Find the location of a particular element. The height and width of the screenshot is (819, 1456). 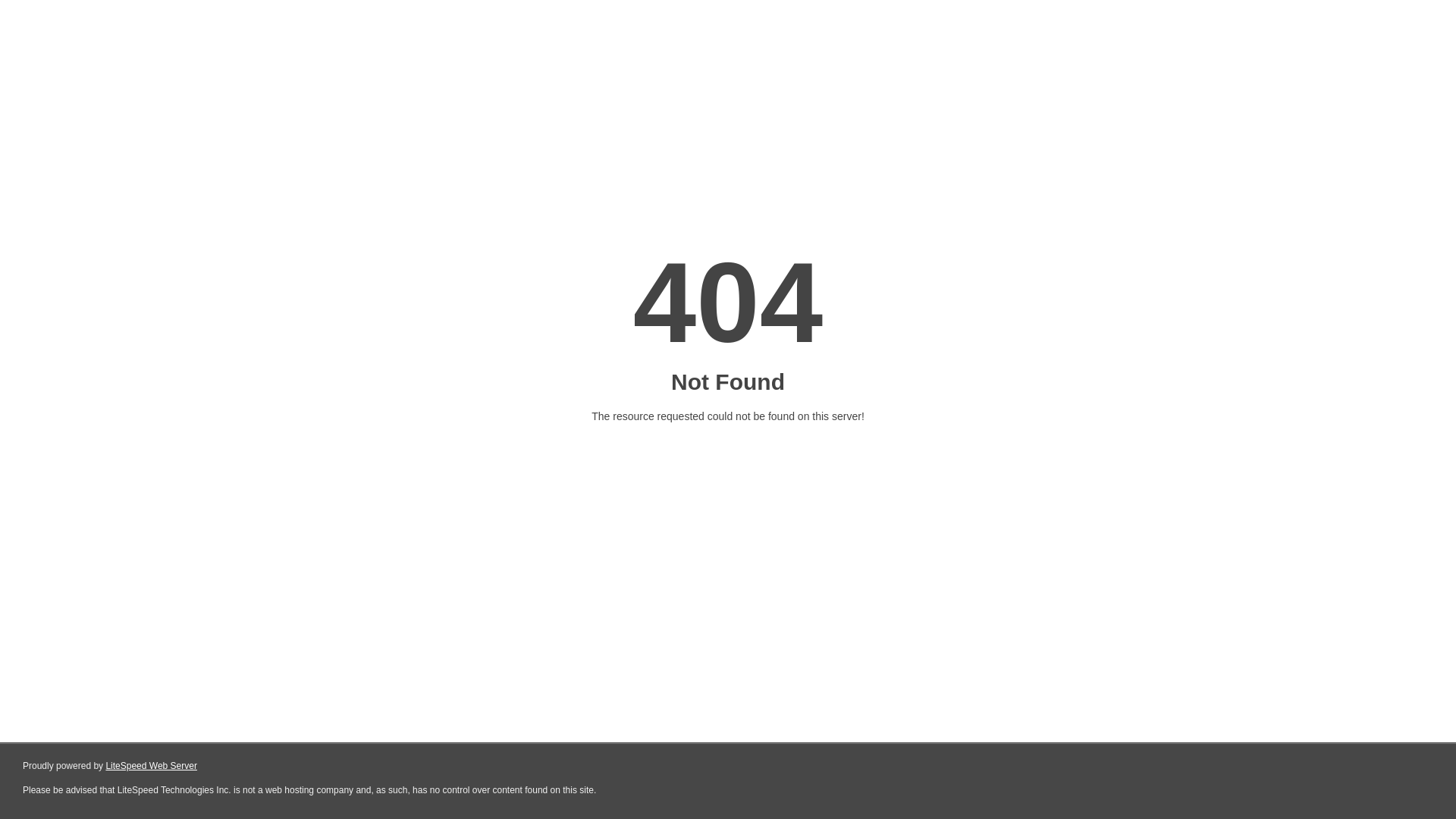

'LiteSpeed Web Server' is located at coordinates (105, 766).